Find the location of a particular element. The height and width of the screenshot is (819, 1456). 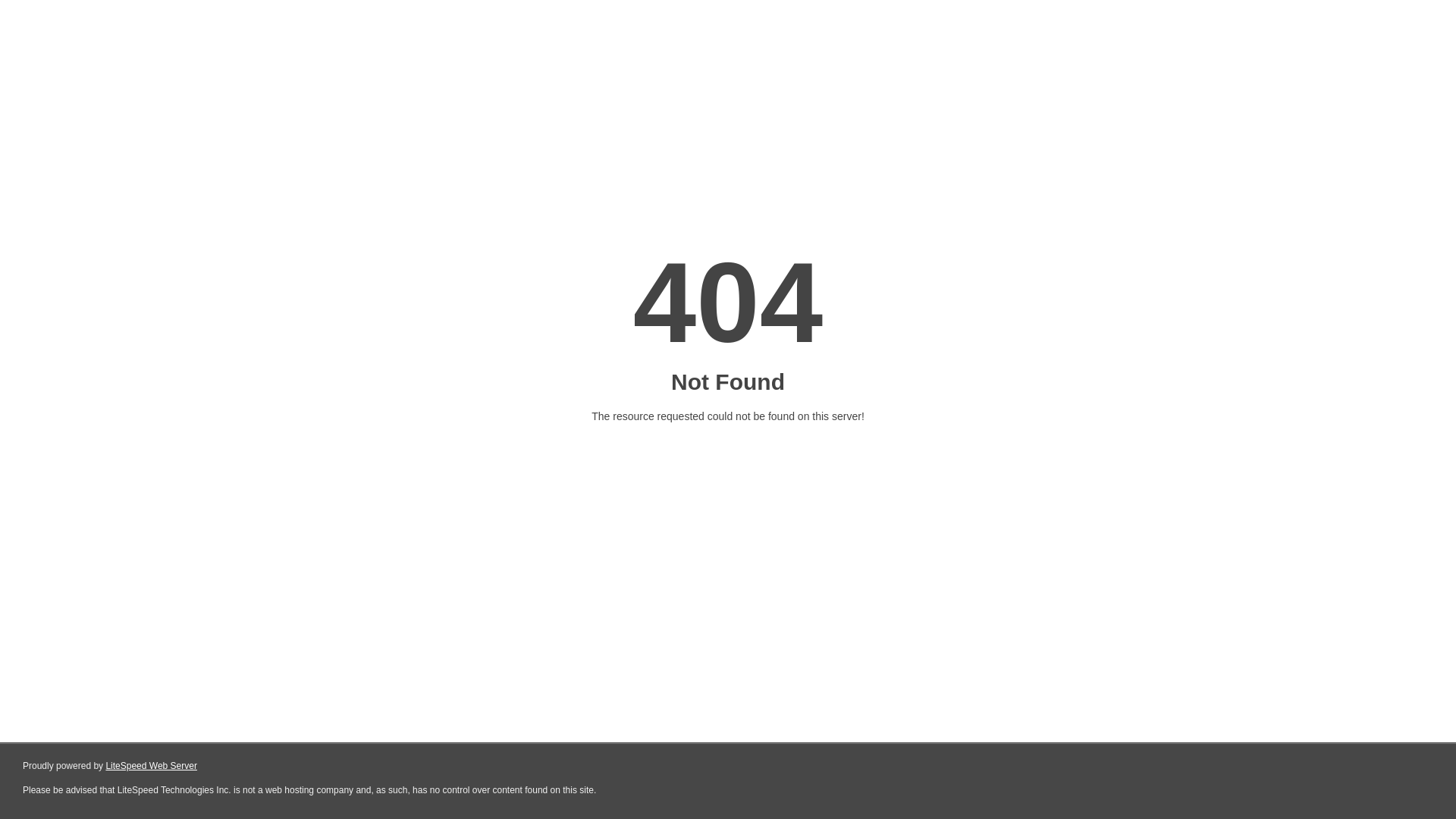

'LiteSpeed Web Server' is located at coordinates (105, 766).